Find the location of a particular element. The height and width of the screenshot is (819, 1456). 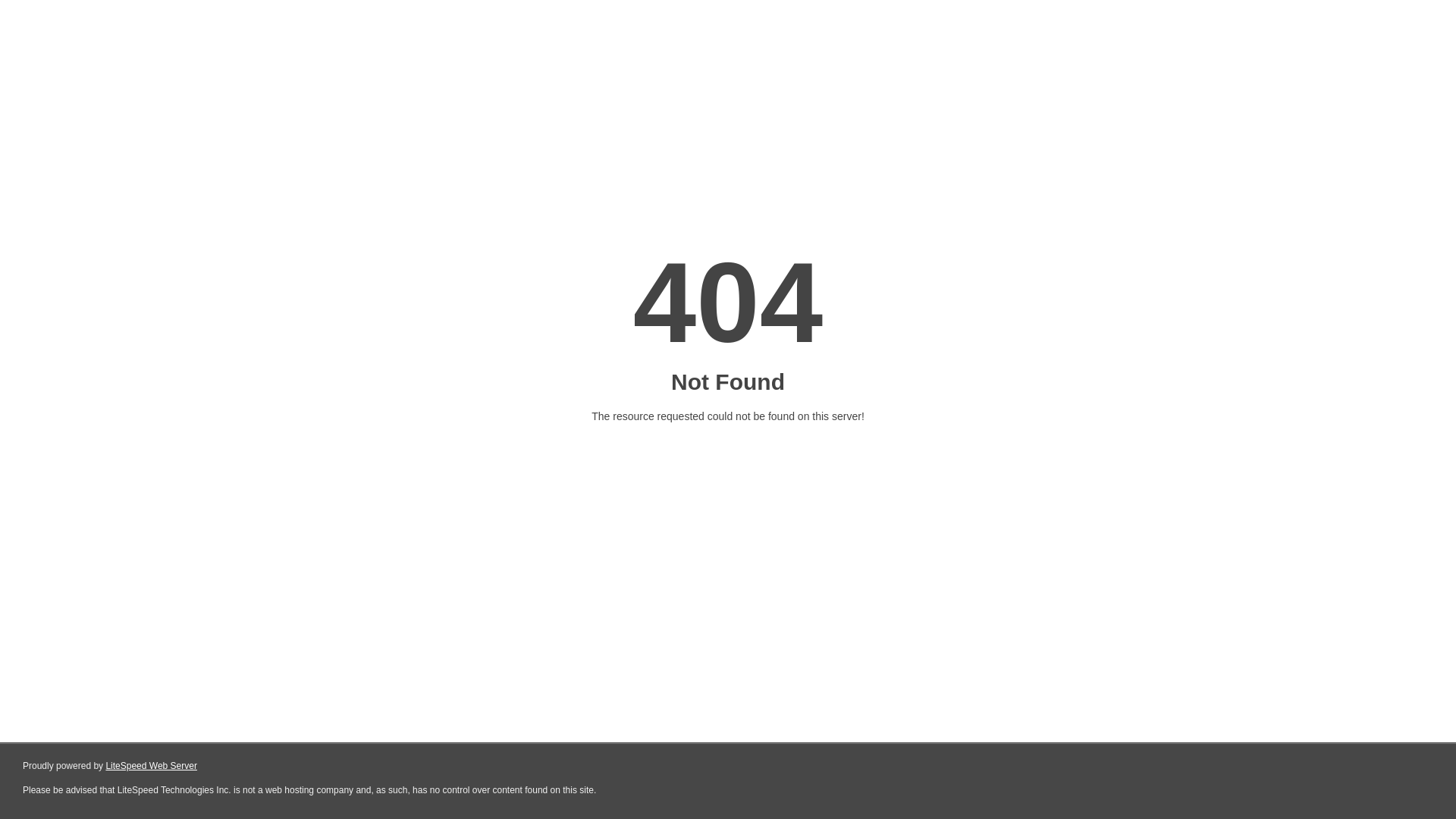

'LiteSpeed Web Server' is located at coordinates (105, 766).